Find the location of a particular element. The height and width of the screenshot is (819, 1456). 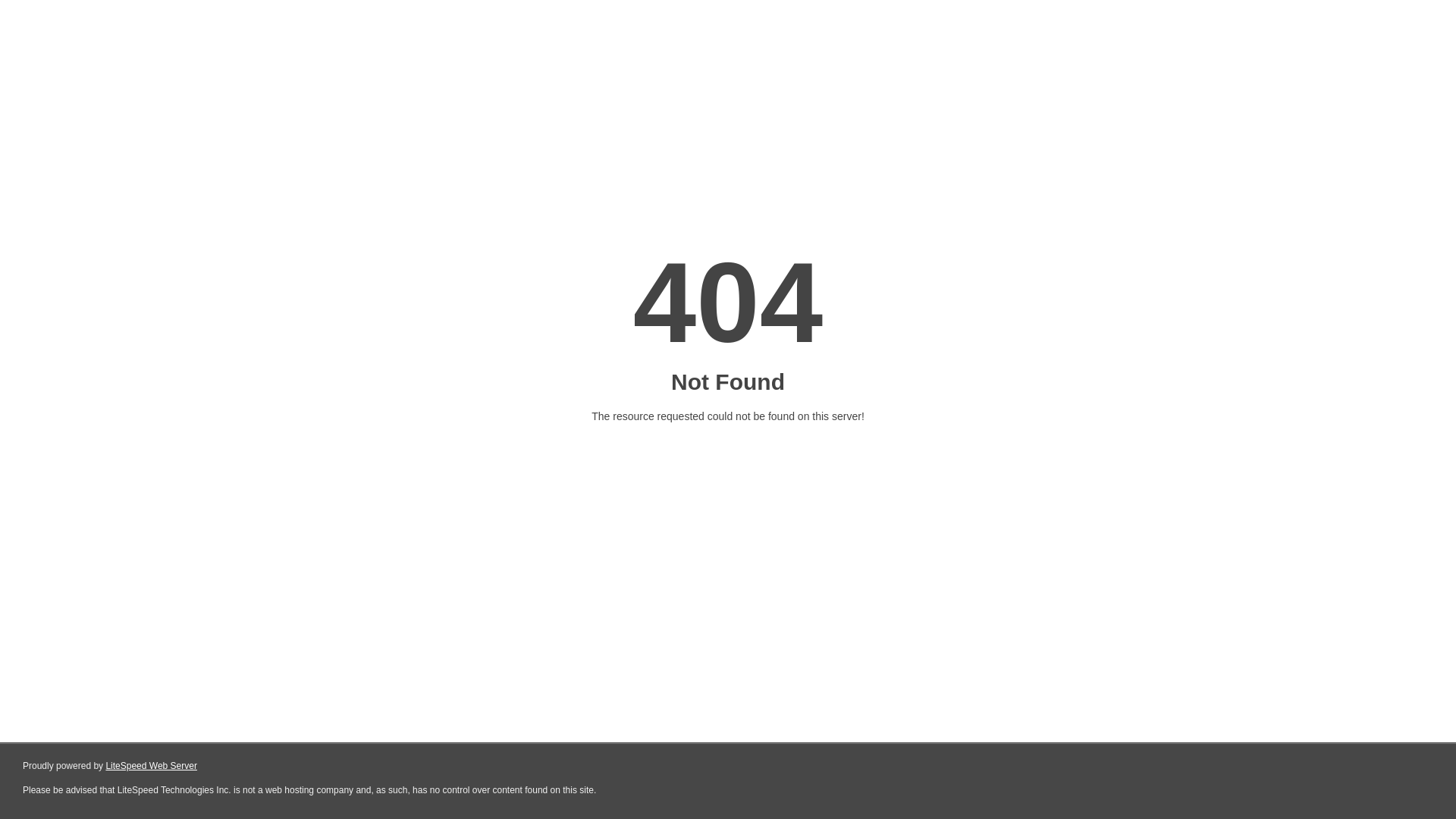

'LiteSpeed Web Server' is located at coordinates (105, 766).